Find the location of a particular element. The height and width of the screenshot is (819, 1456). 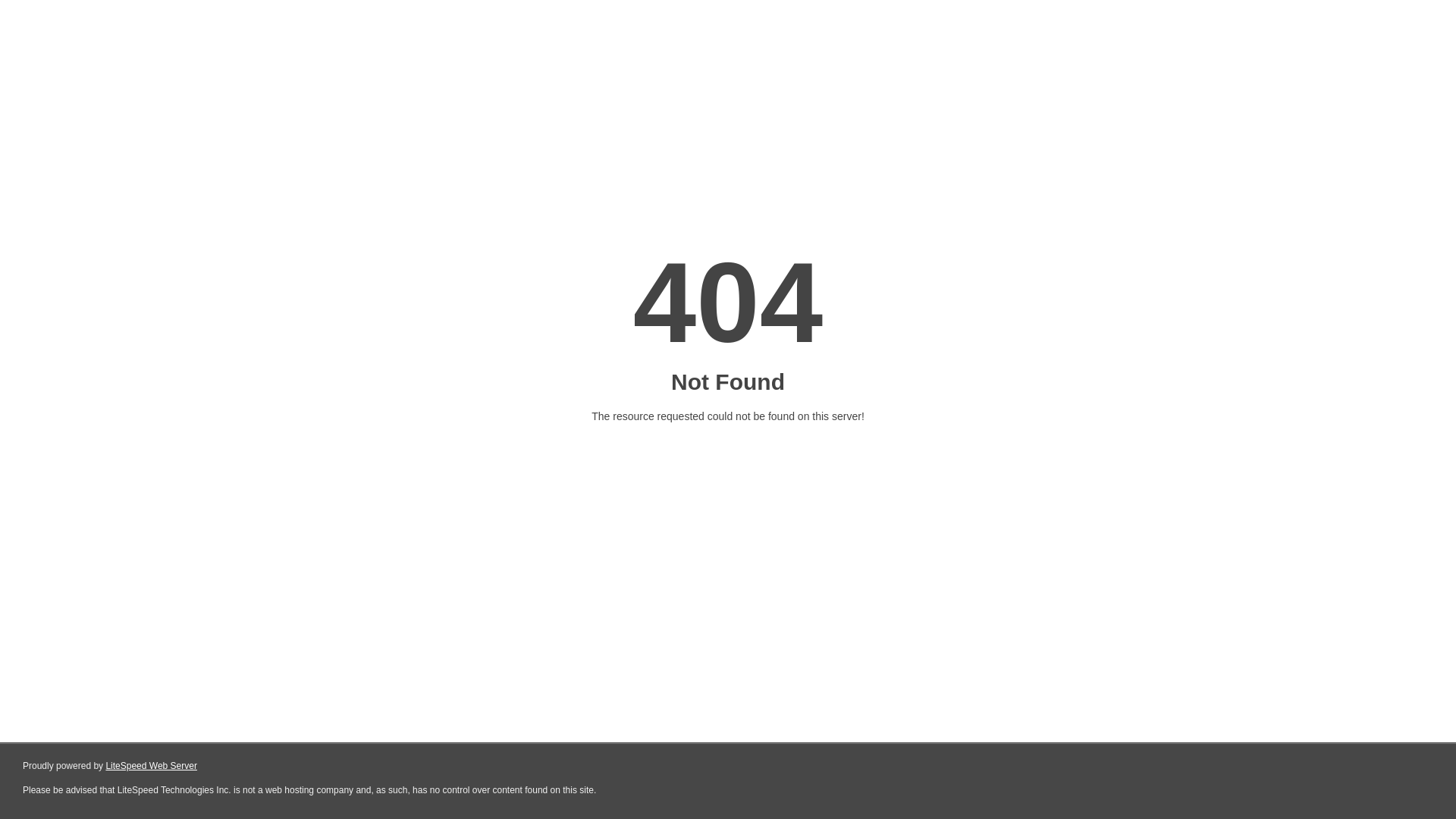

'LiteSpeed Web Server' is located at coordinates (105, 766).